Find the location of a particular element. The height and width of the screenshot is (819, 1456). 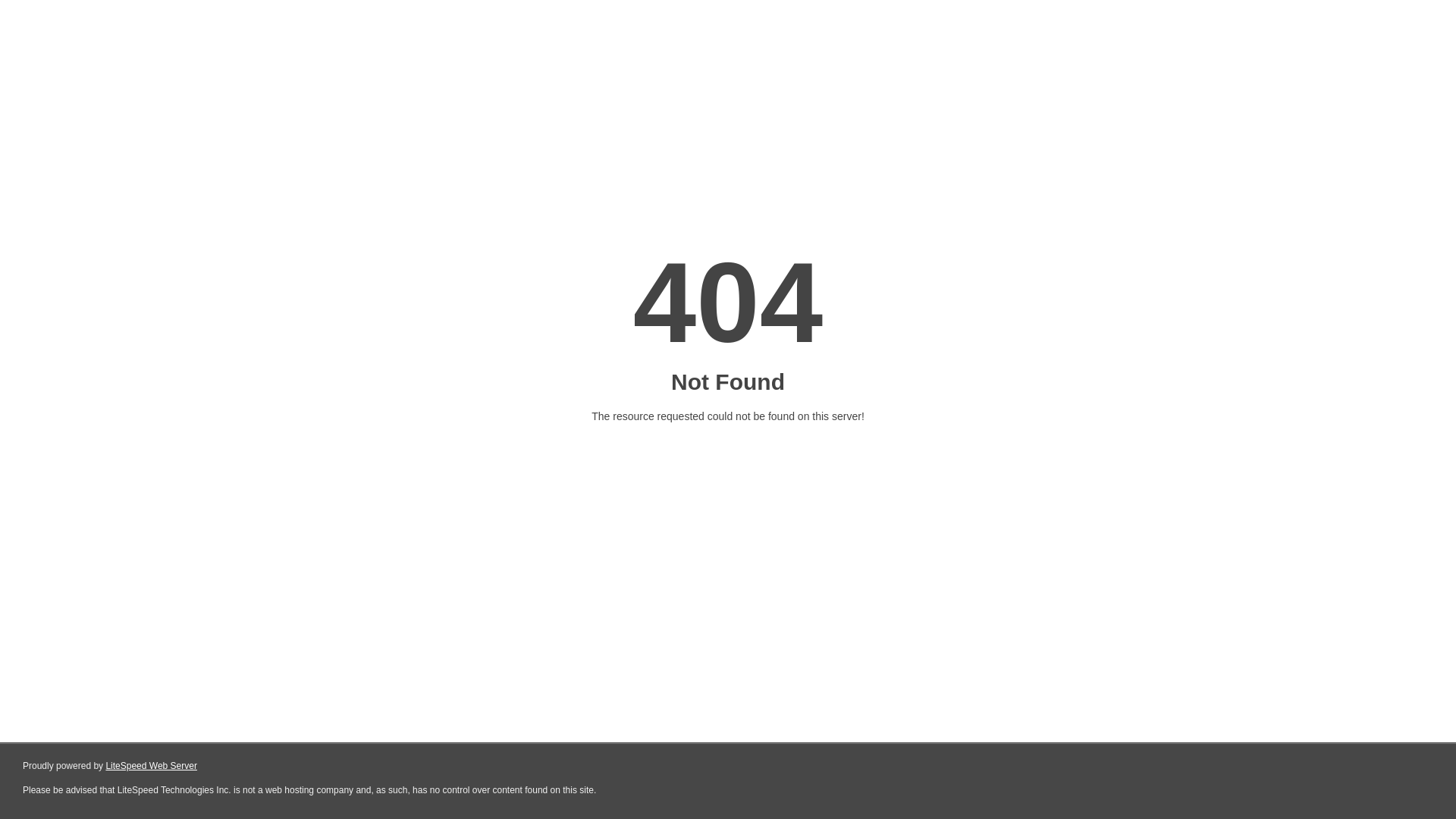

'LiteSpeed Web Server' is located at coordinates (105, 766).